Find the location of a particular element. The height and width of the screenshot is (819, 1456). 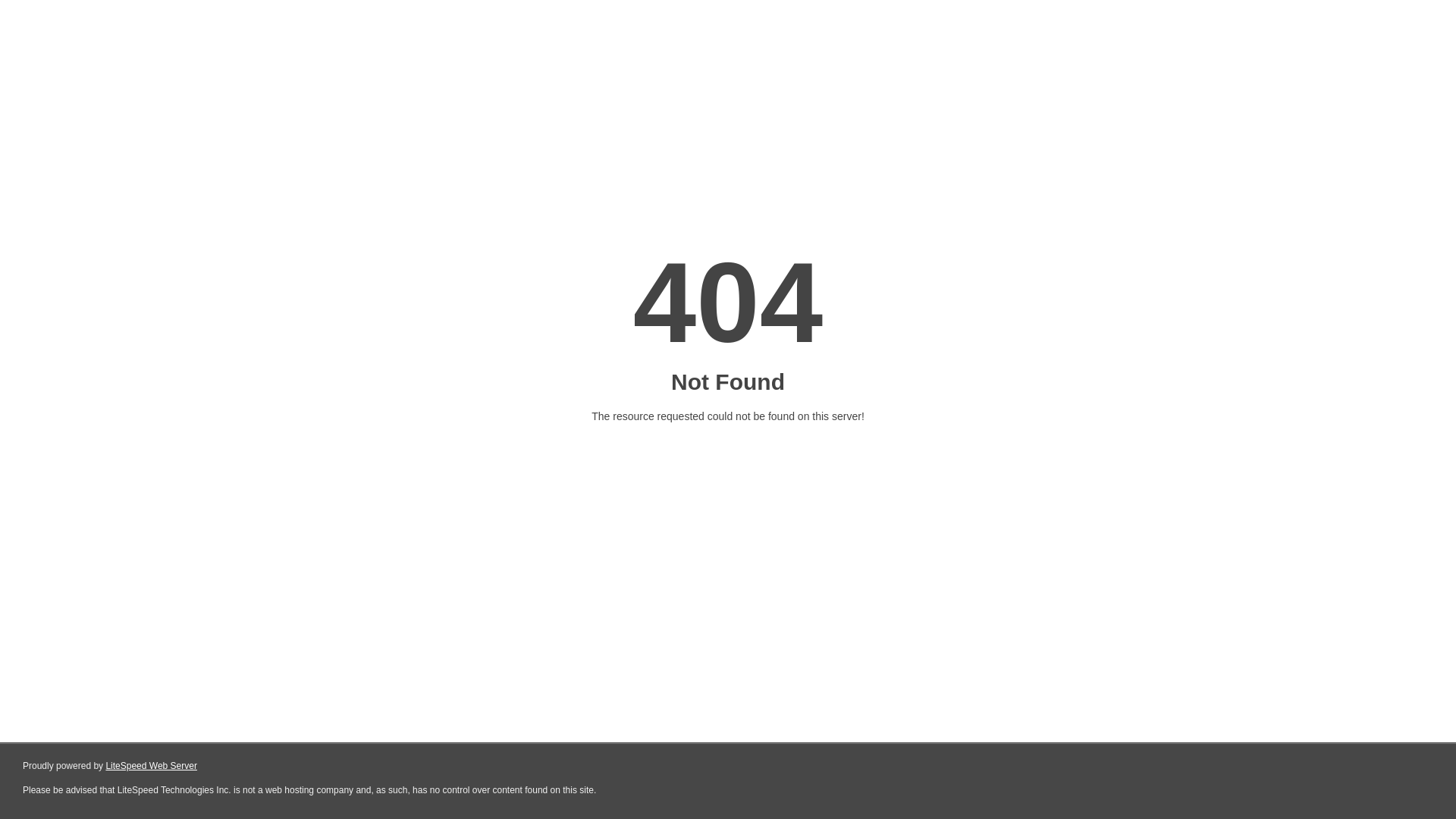

'LiteSpeed Web Server' is located at coordinates (105, 766).